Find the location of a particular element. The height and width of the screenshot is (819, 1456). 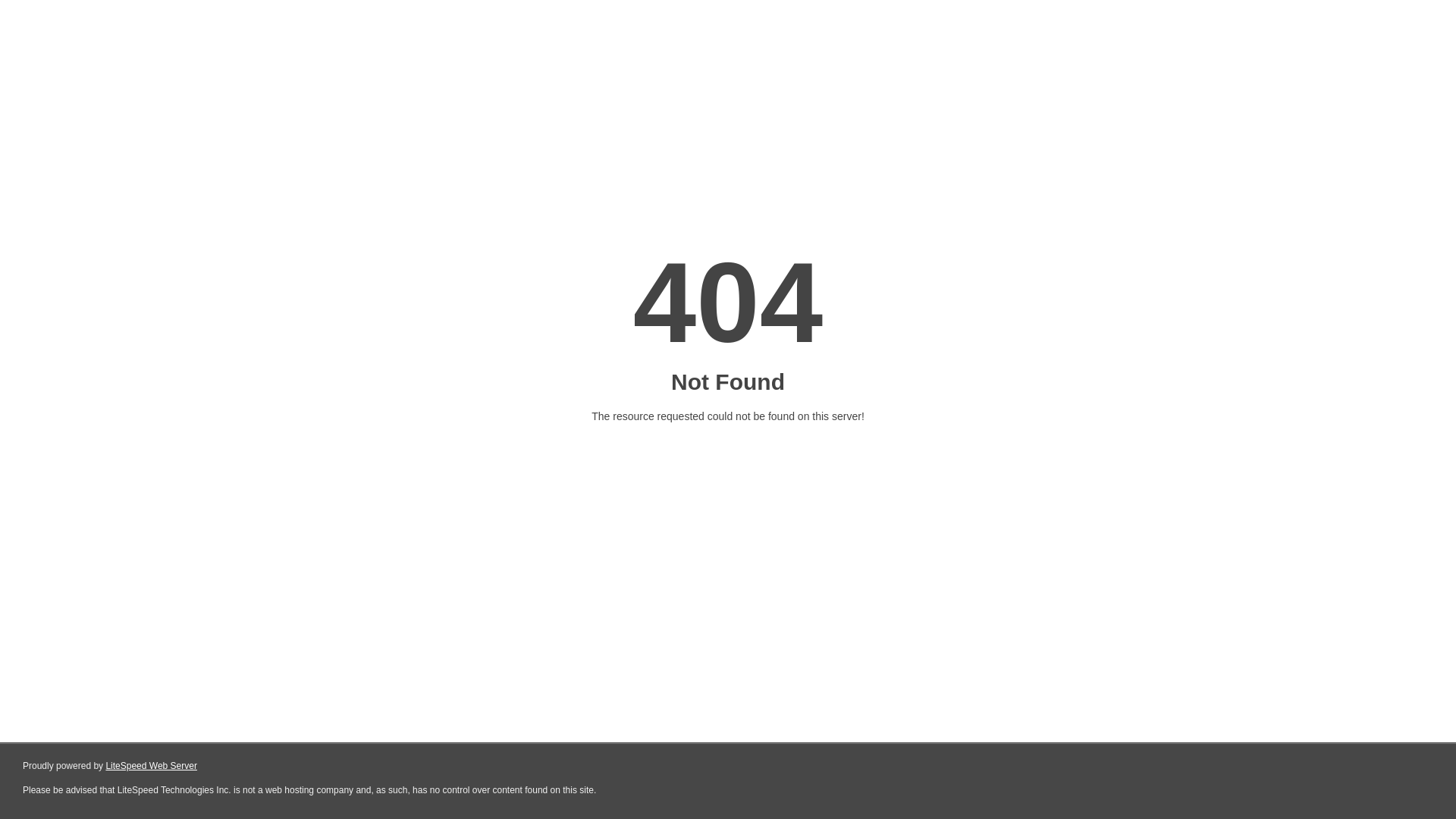

'LiteSpeed Web Server' is located at coordinates (105, 766).